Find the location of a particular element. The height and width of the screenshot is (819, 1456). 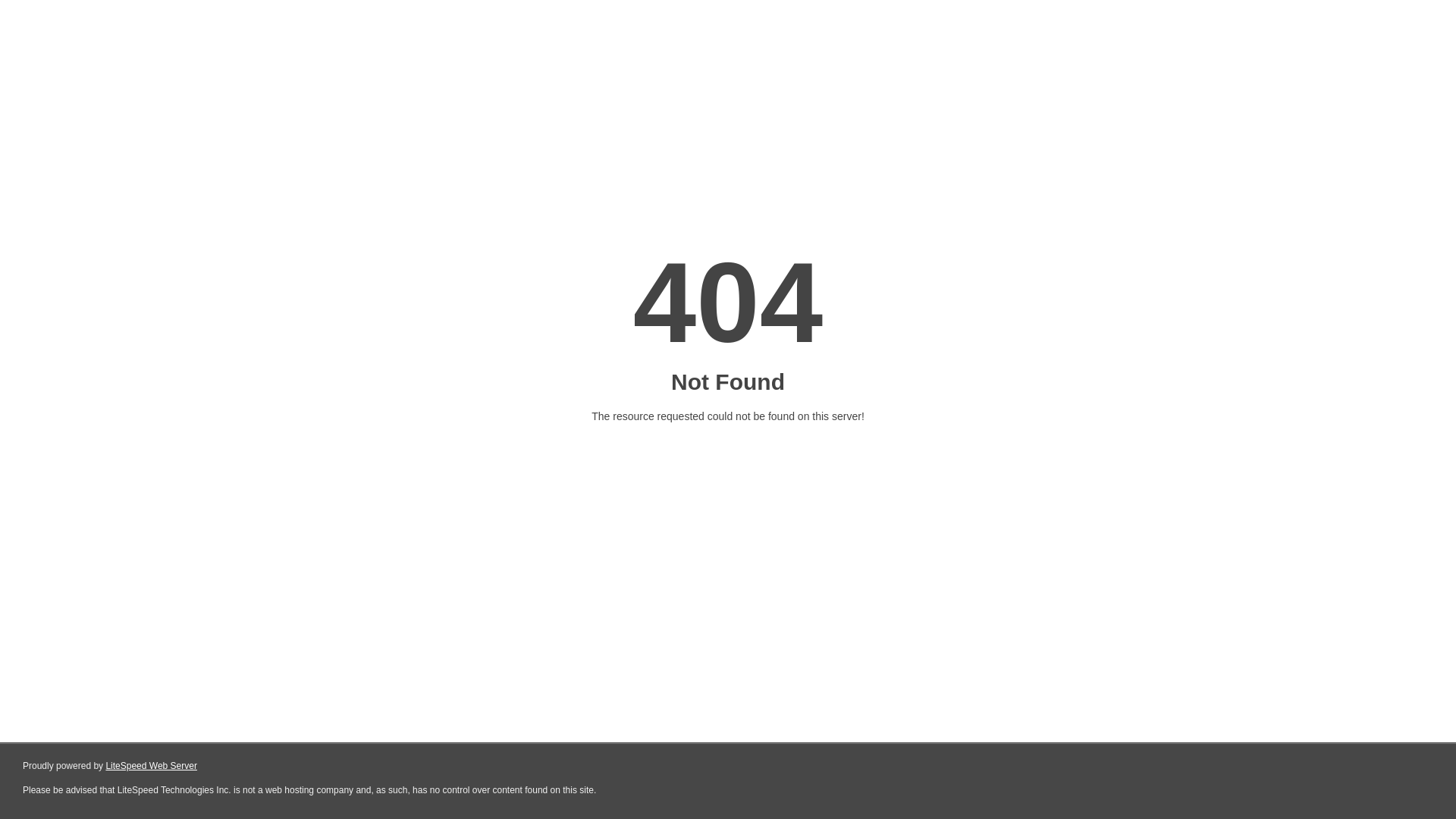

'LiteSpeed Web Server' is located at coordinates (105, 766).